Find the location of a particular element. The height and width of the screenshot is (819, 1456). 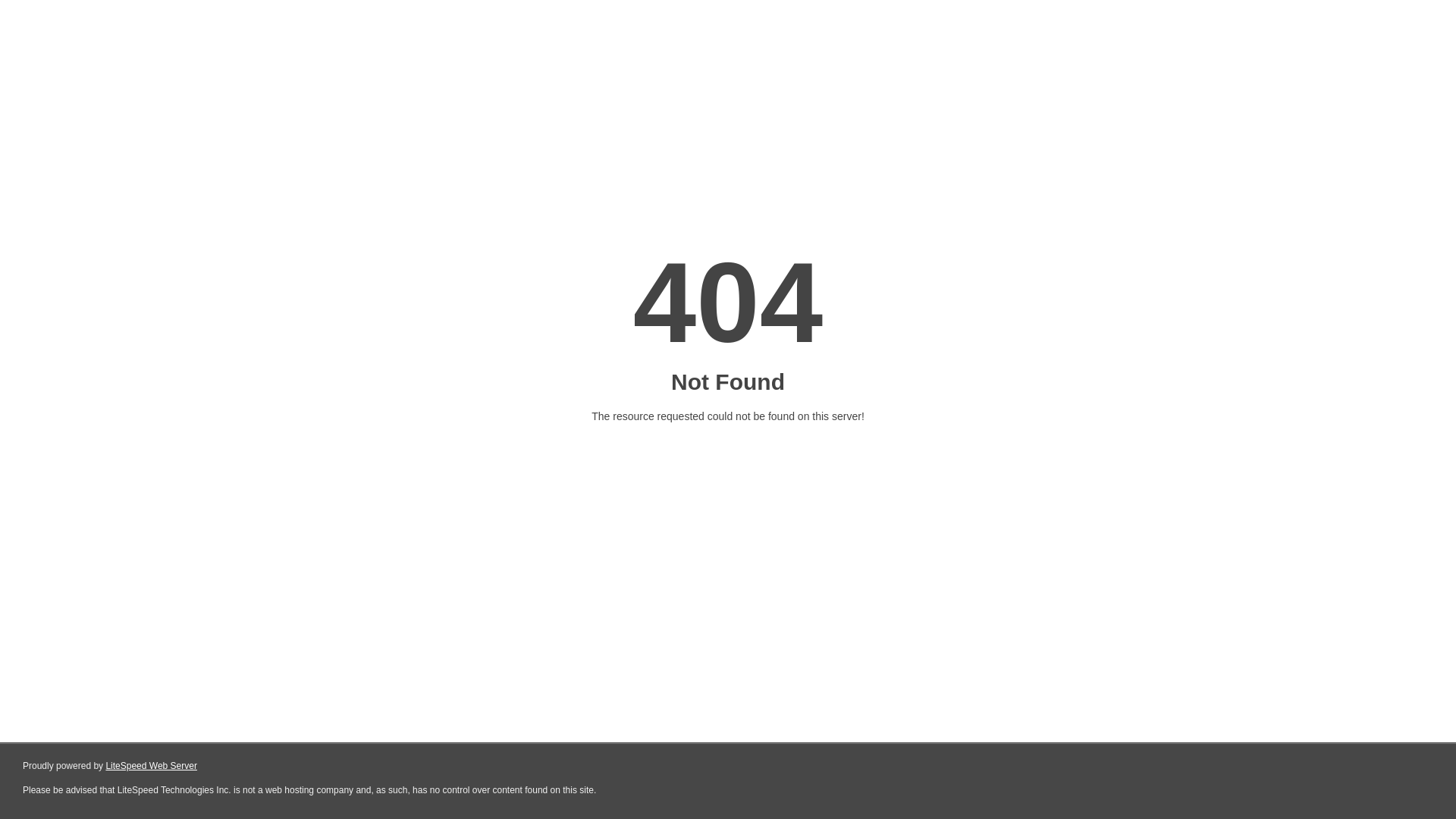

'LiteSpeed Web Server' is located at coordinates (105, 766).